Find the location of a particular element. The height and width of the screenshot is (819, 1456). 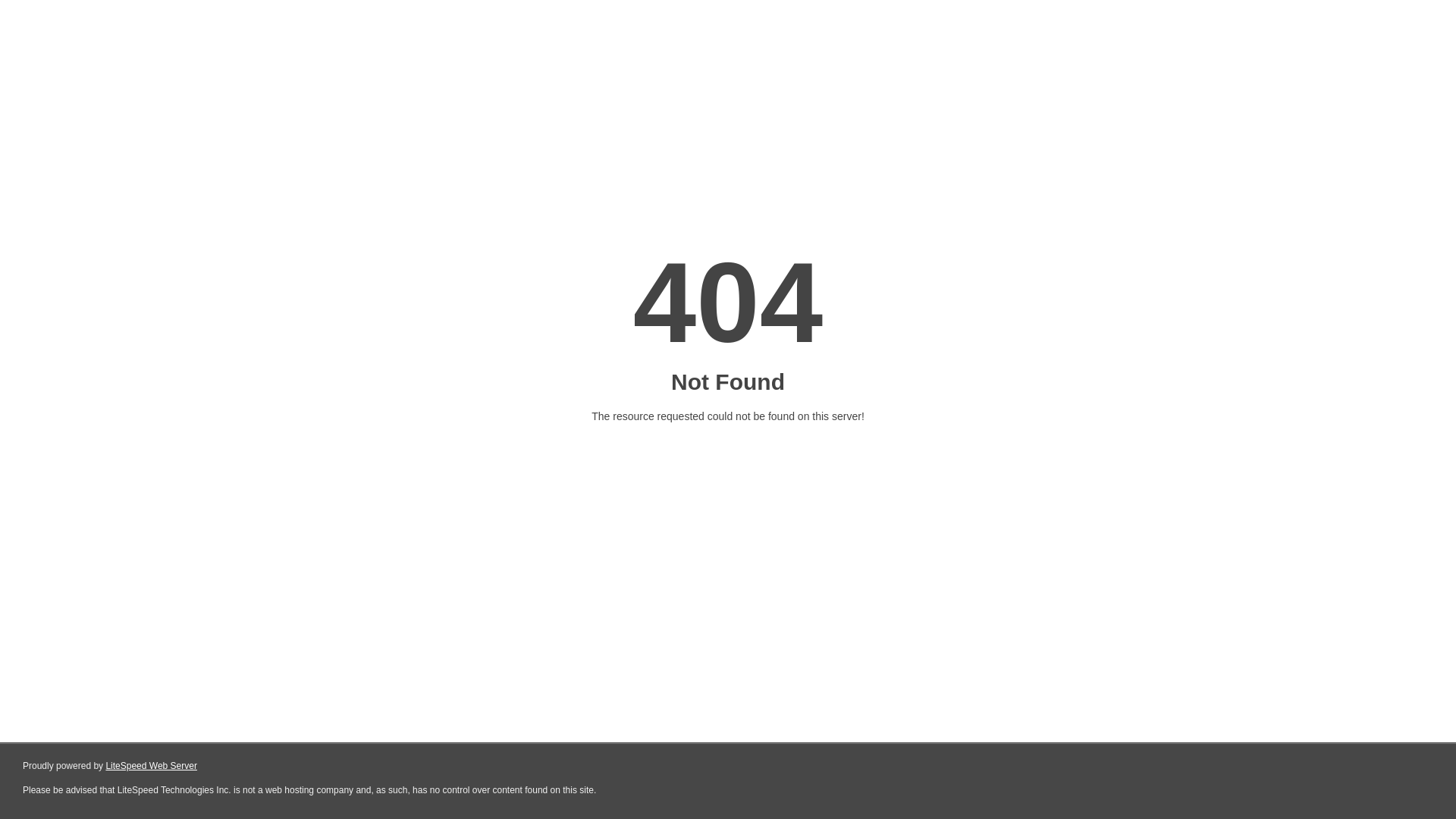

'LiteSpeed Web Server' is located at coordinates (105, 766).